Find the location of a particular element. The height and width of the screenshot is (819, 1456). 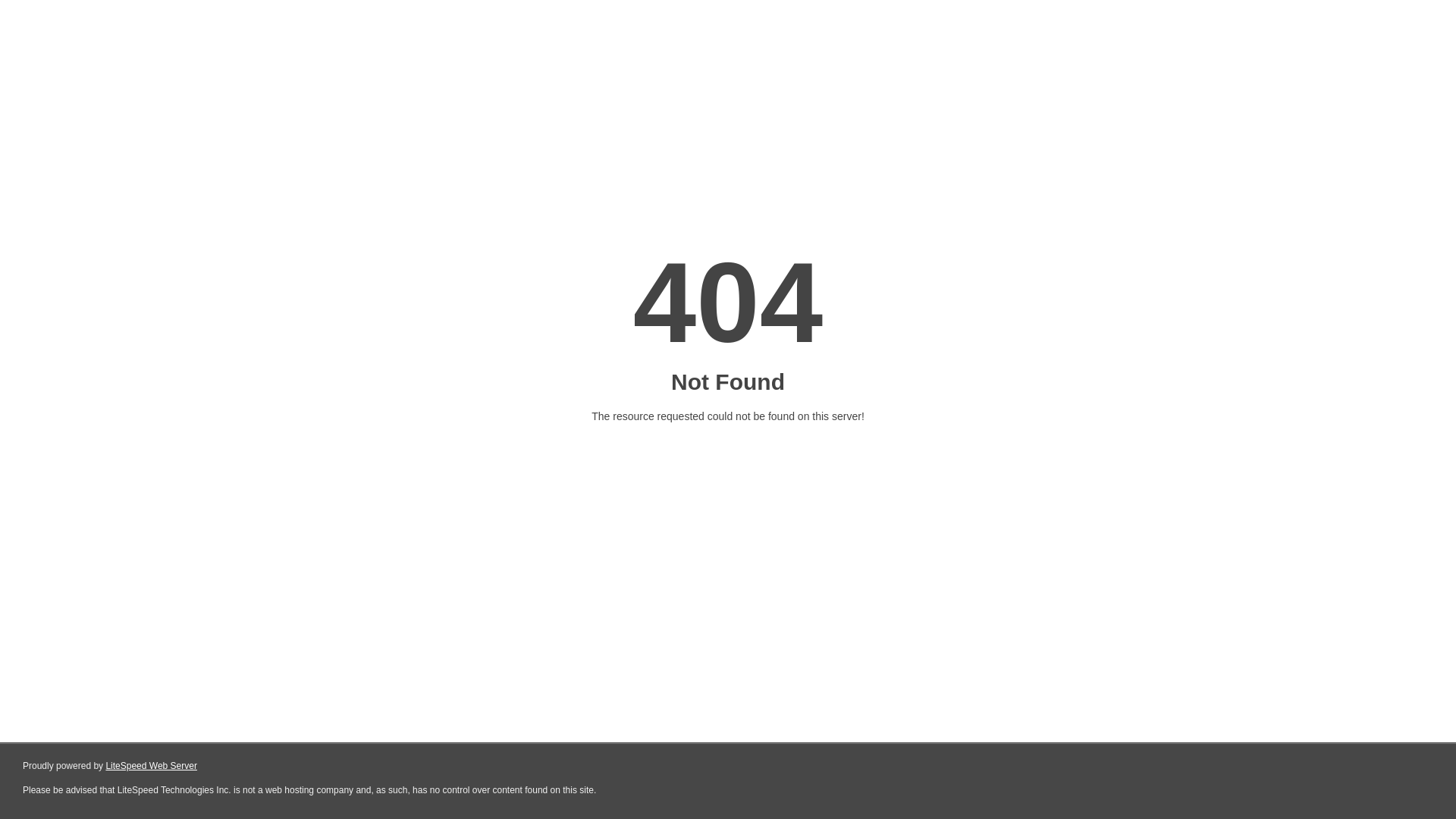

'LiteSpeed Web Server' is located at coordinates (105, 766).